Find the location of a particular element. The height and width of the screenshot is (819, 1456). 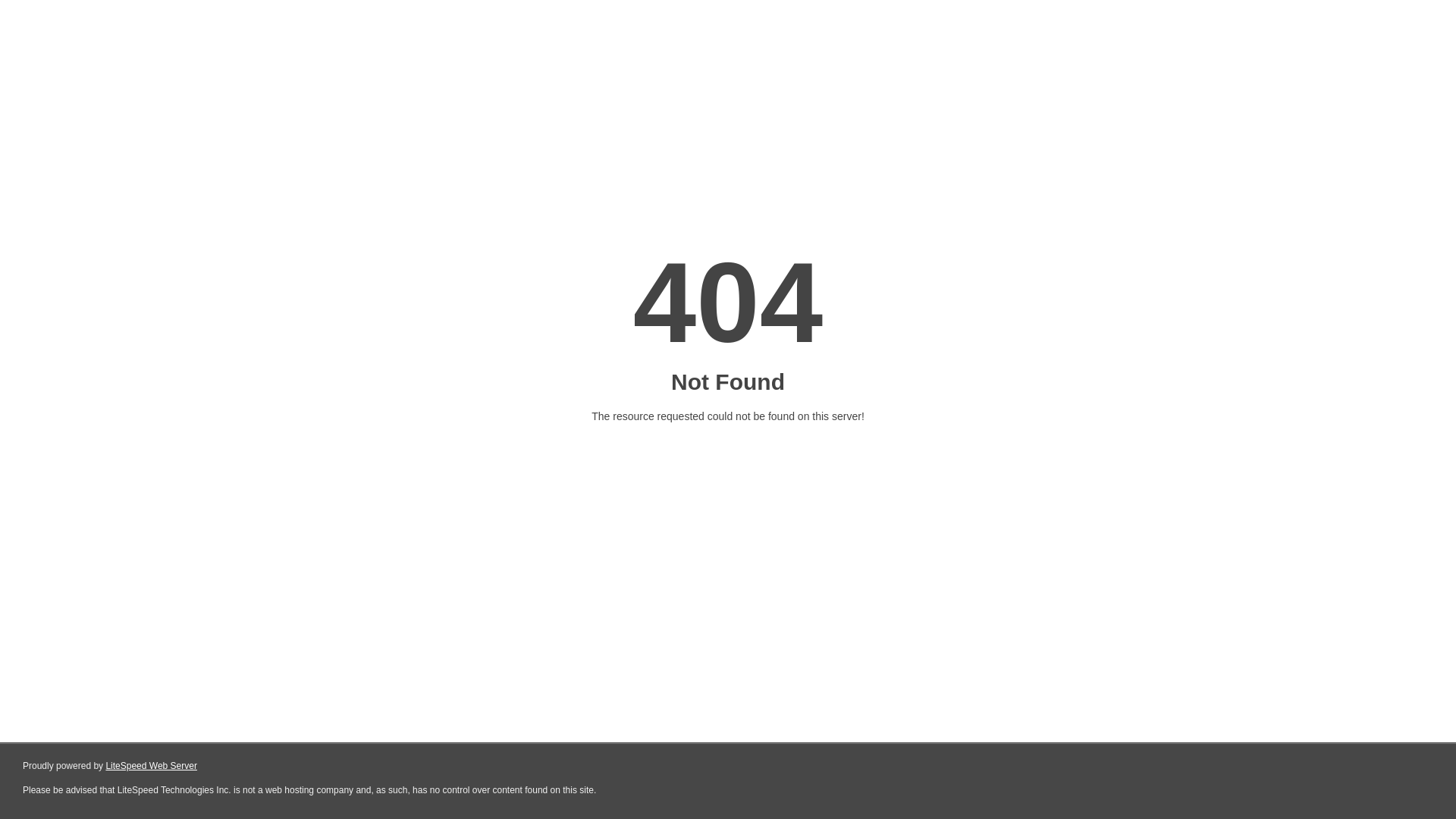

'LiteSpeed Web Server' is located at coordinates (105, 766).